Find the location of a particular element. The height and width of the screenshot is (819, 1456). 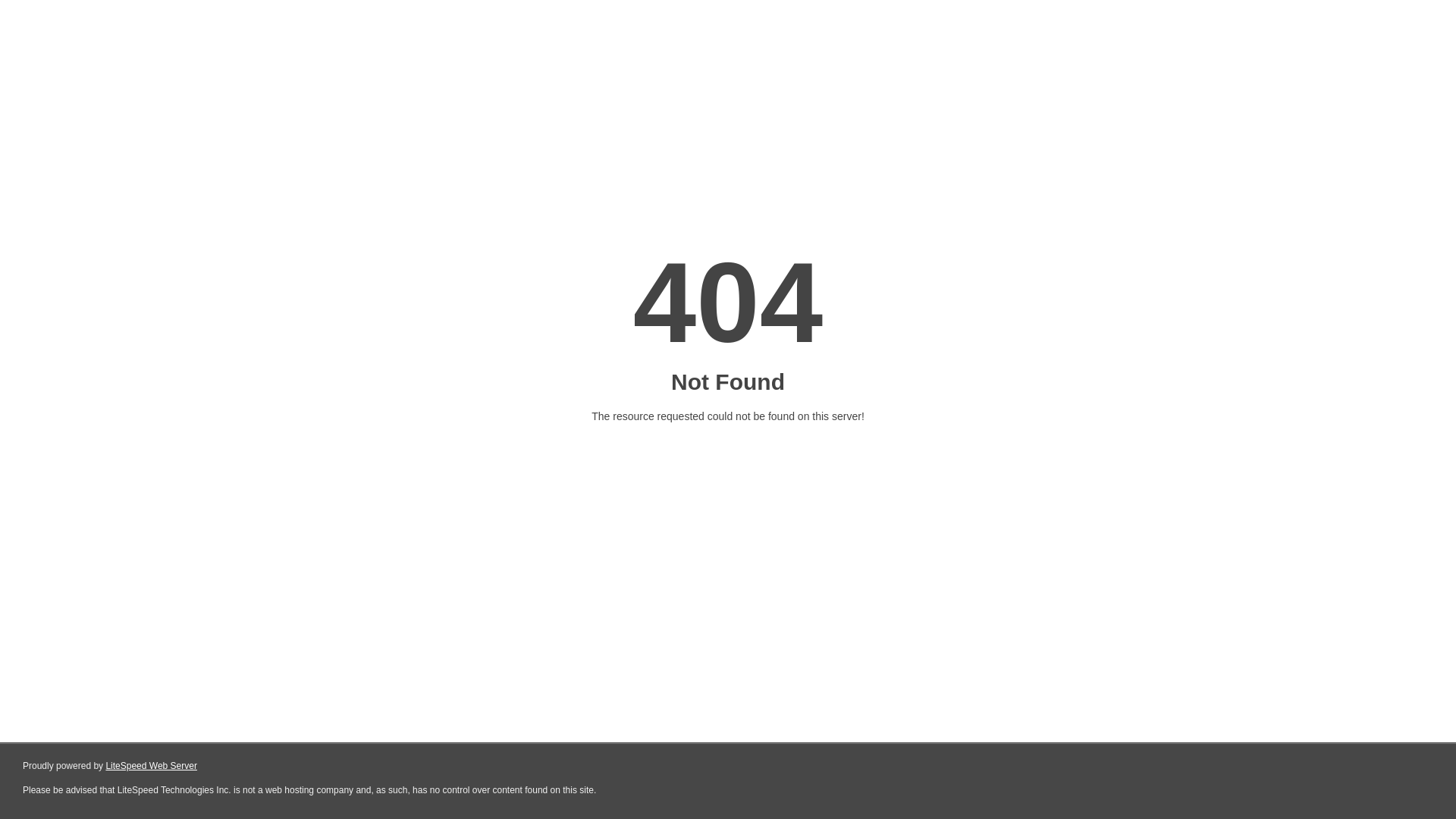

'LiteSpeed Web Server' is located at coordinates (105, 766).